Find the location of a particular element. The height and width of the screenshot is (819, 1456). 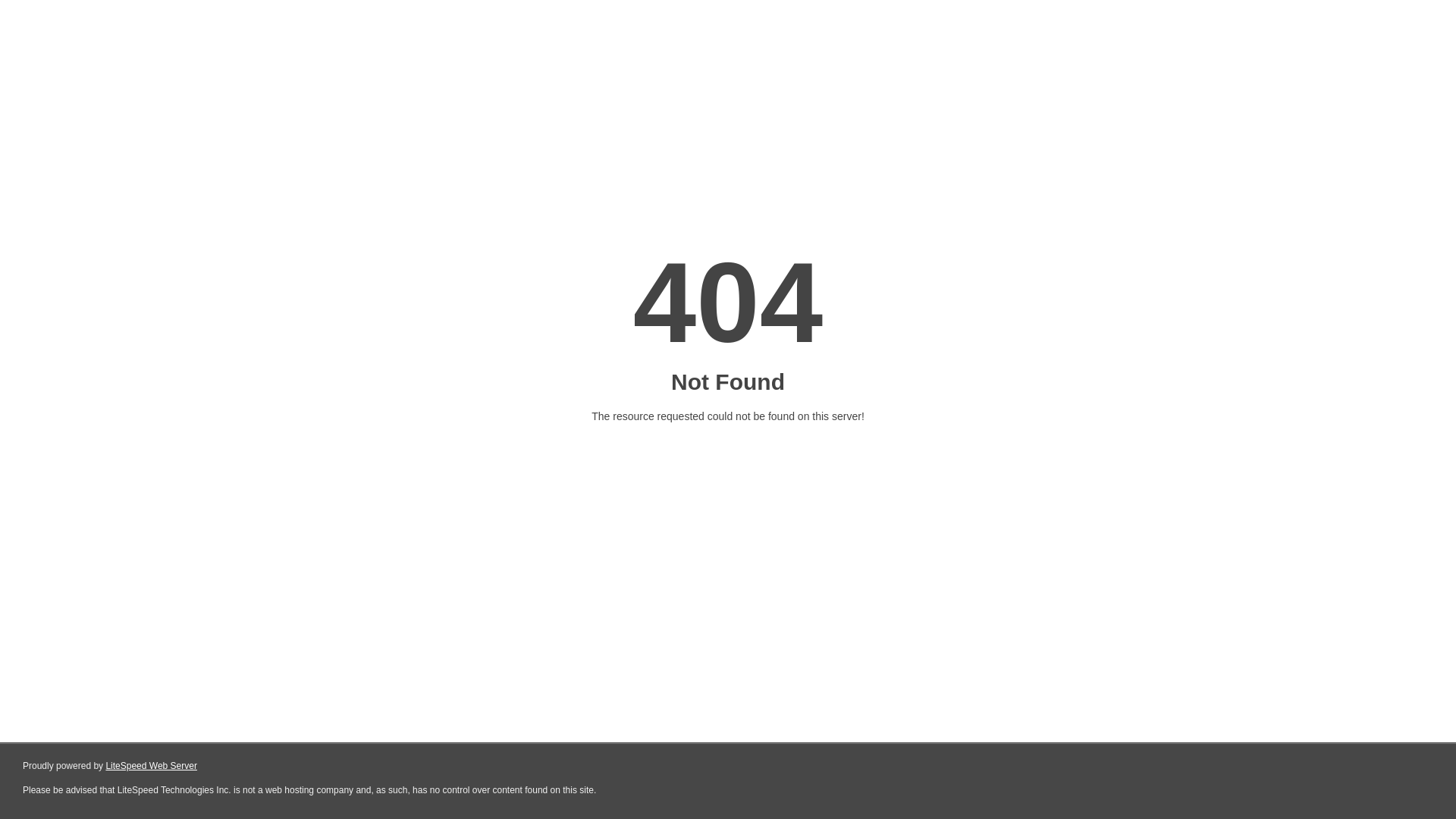

'LiteSpeed Web Server' is located at coordinates (105, 766).